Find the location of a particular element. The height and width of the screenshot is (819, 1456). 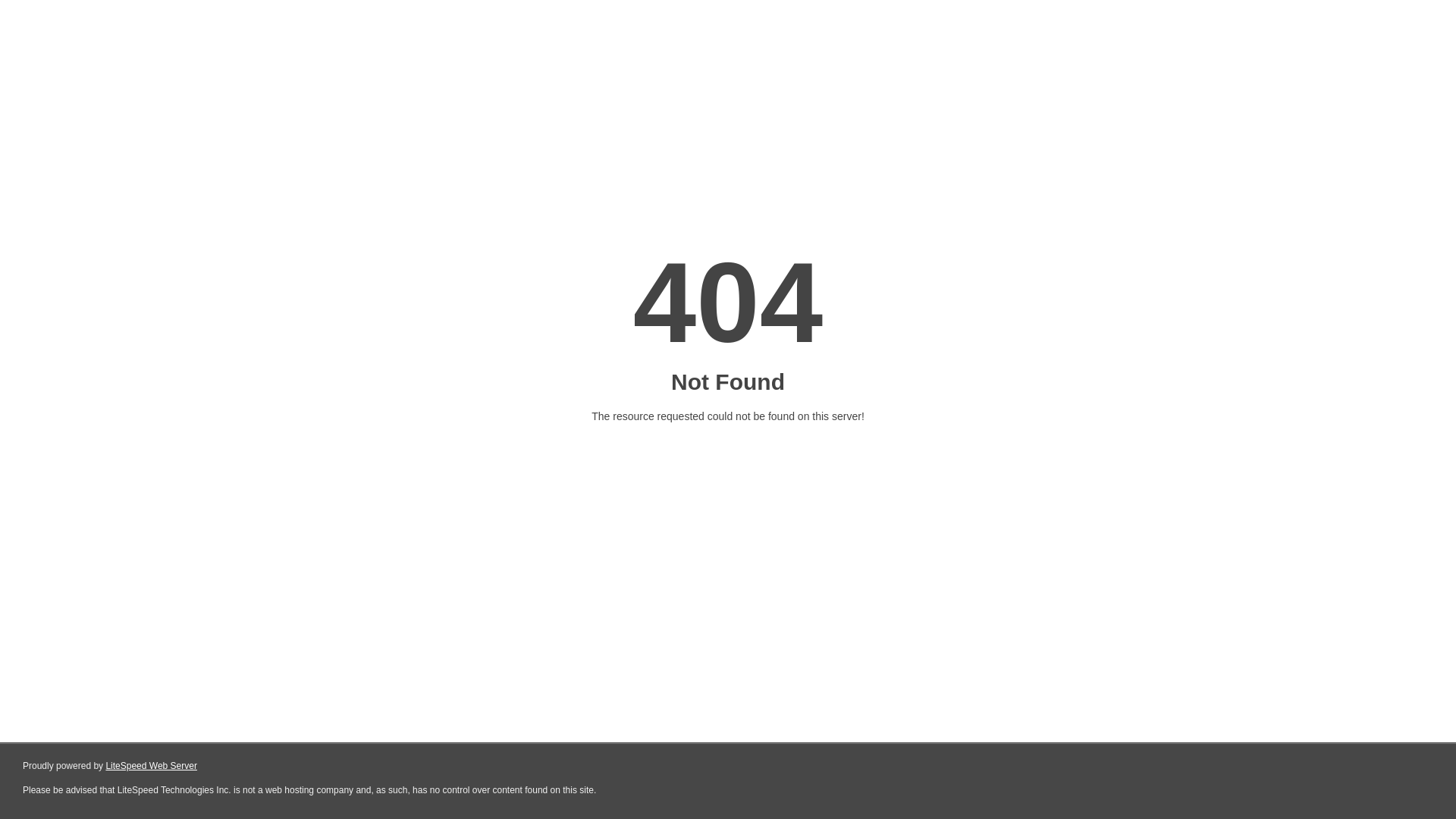

'LiteSpeed Web Server' is located at coordinates (105, 766).